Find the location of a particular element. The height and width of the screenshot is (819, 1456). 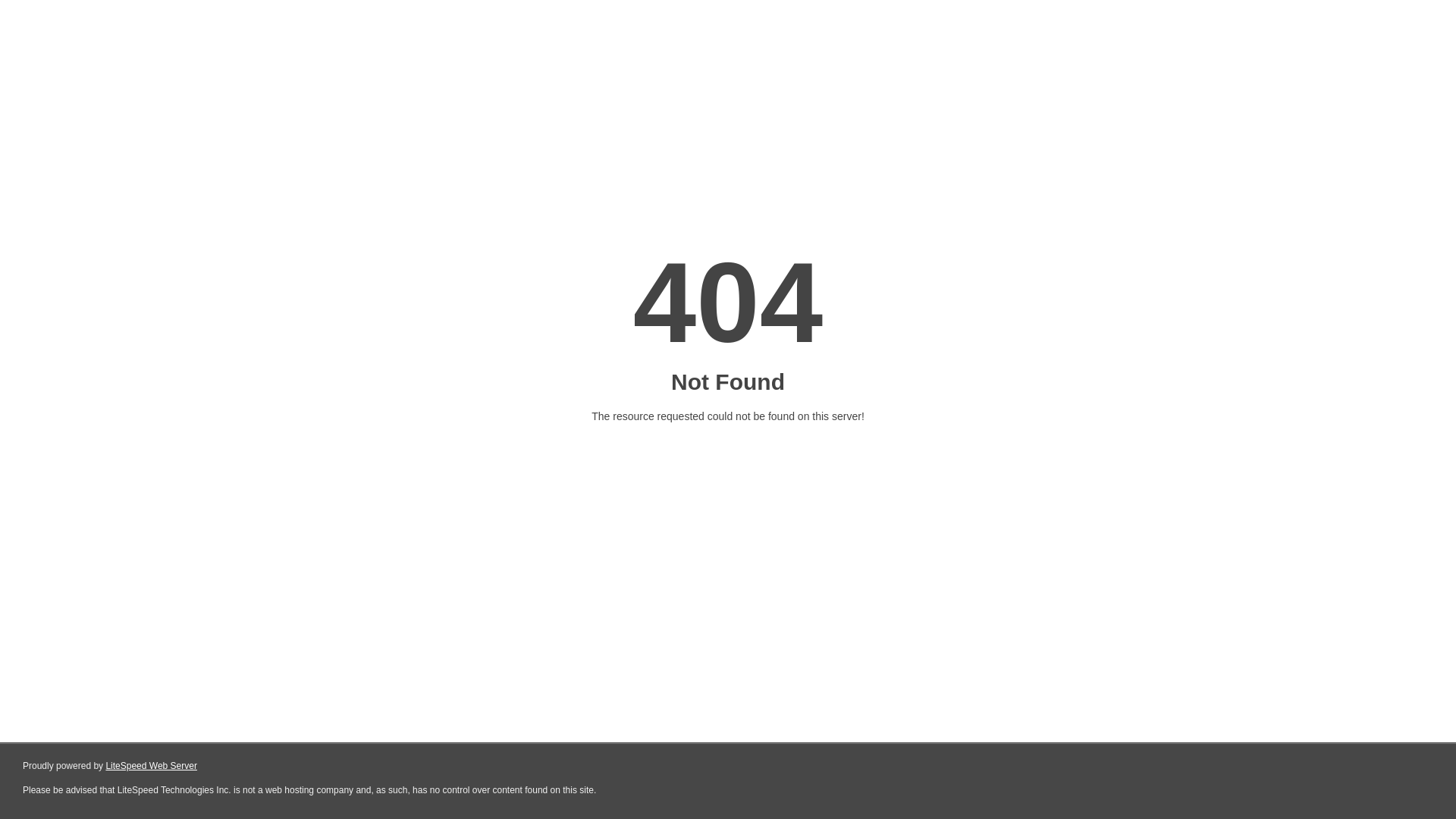

'LiteSpeed Web Server' is located at coordinates (105, 766).